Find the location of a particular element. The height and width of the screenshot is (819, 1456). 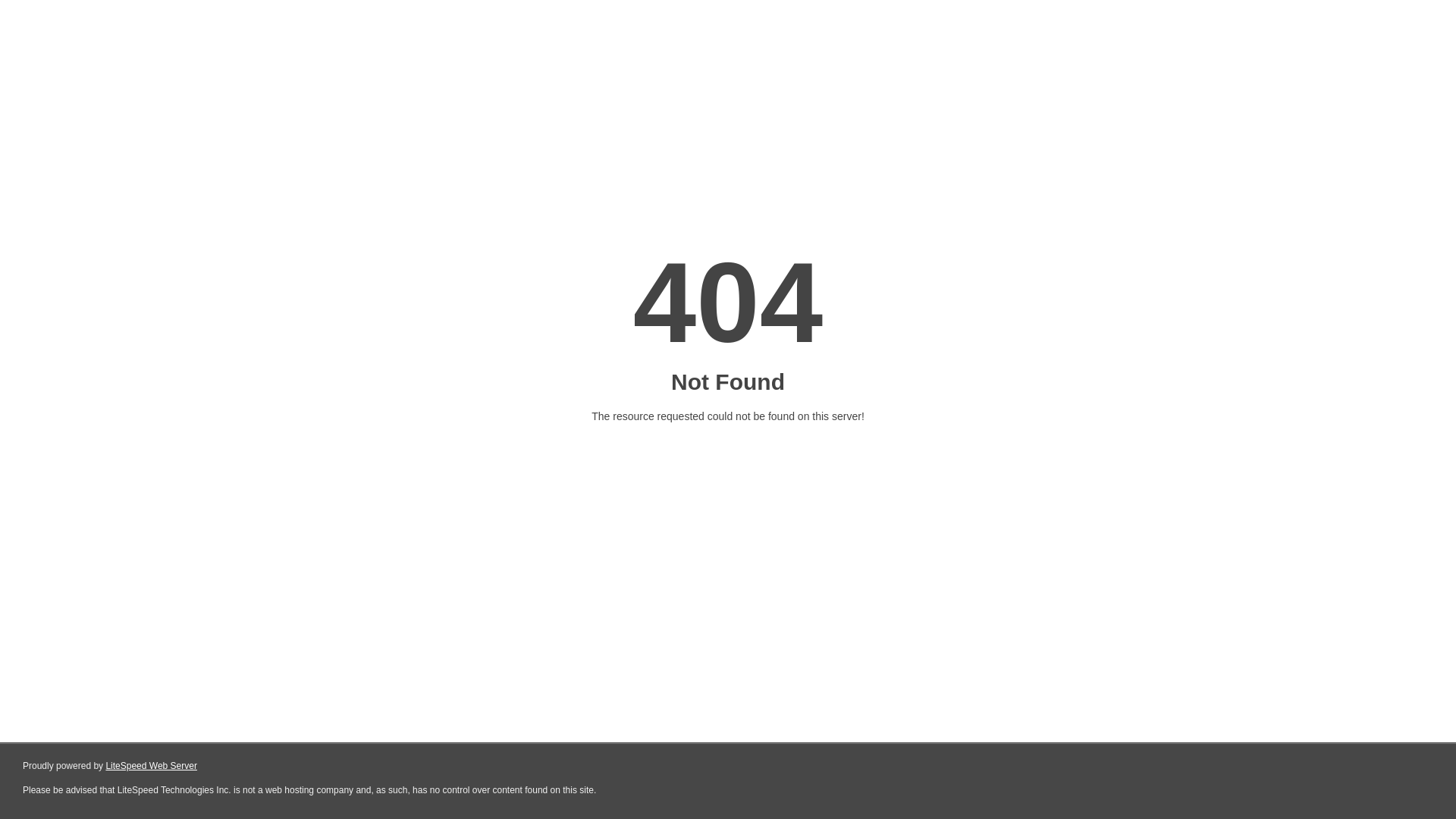

'LiteSpeed Web Server' is located at coordinates (105, 766).